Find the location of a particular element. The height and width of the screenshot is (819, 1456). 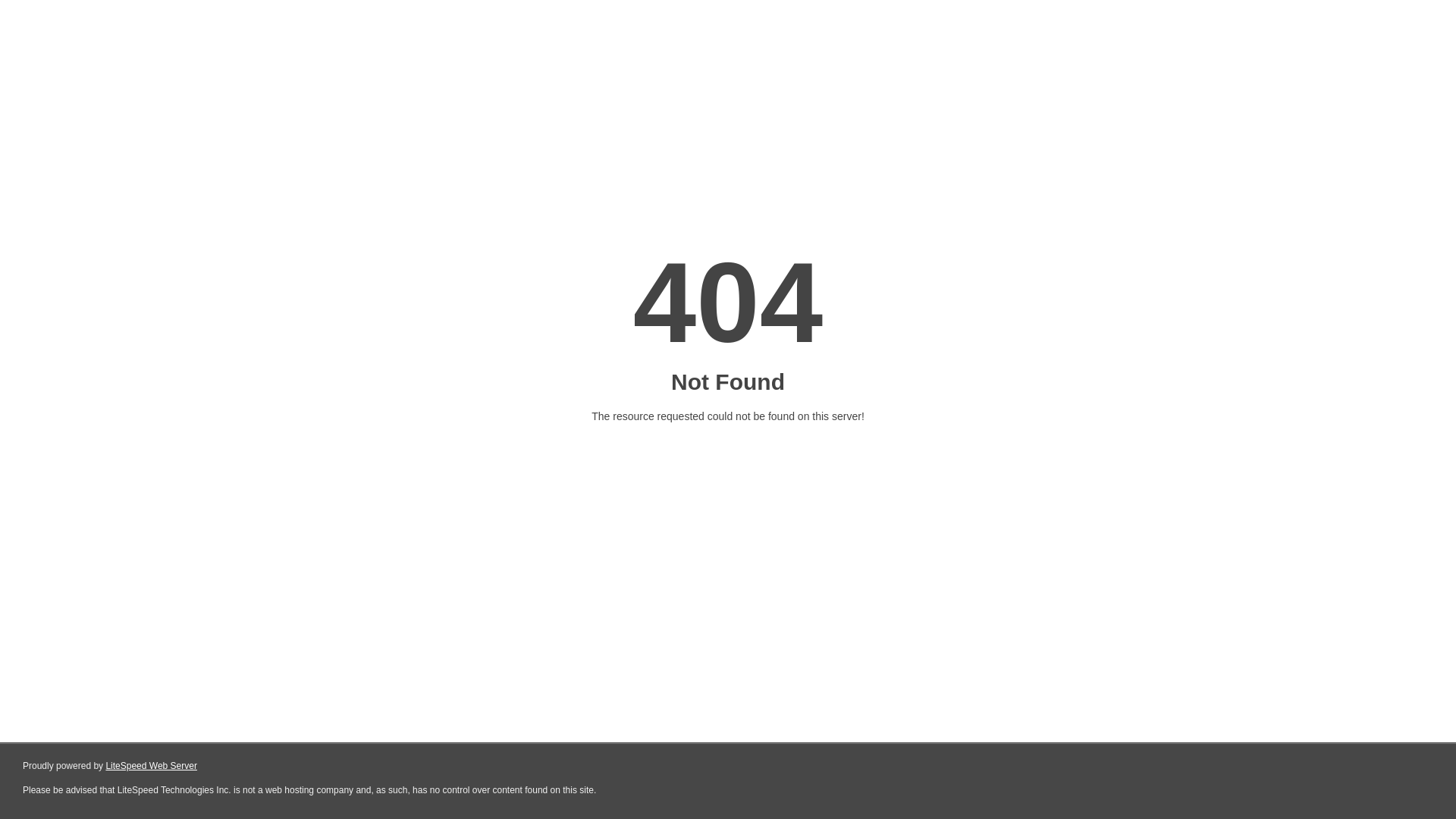

'LiteSpeed Web Server' is located at coordinates (105, 766).